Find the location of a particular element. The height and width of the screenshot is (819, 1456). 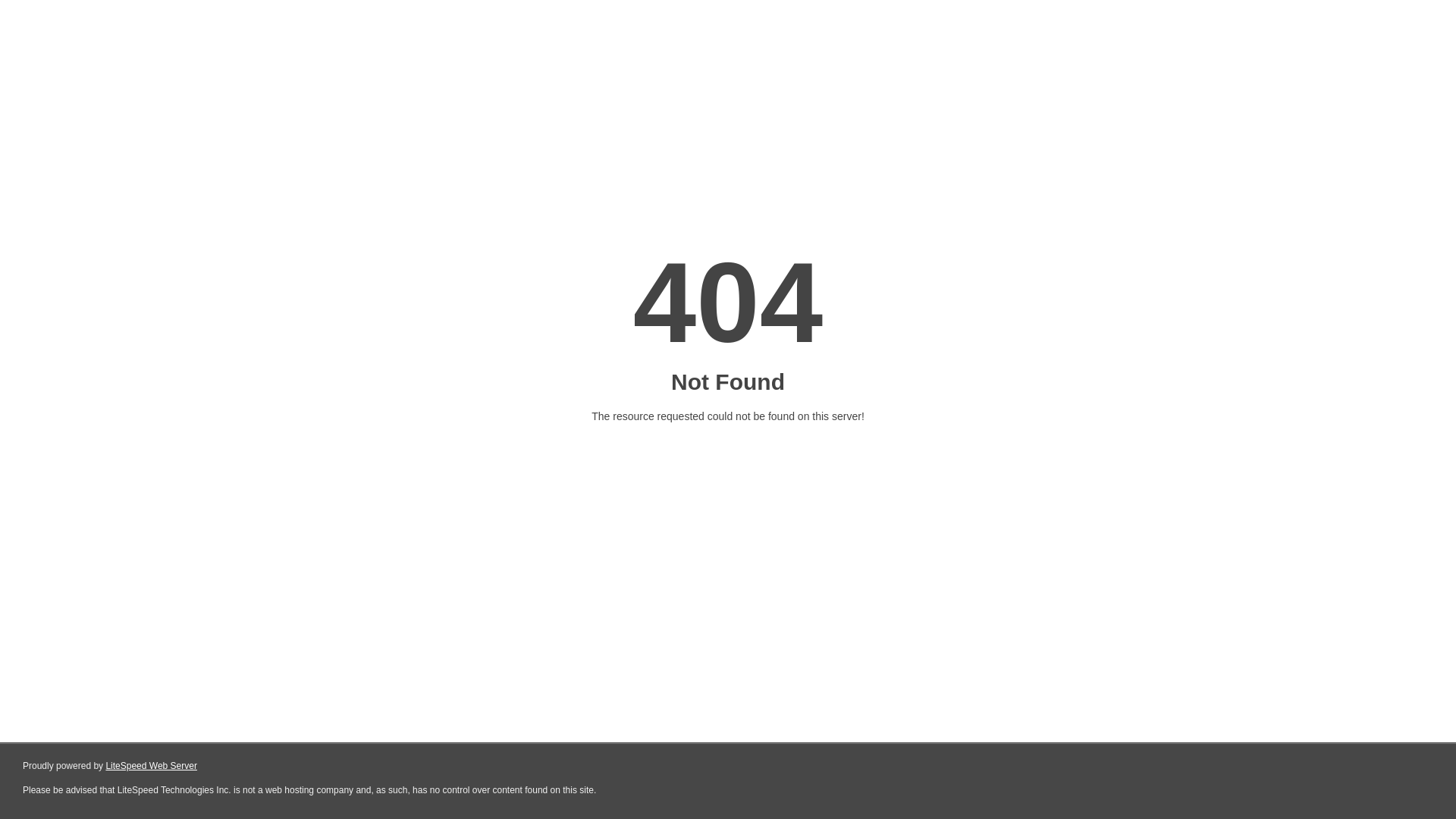

'LiteSpeed Web Server' is located at coordinates (105, 766).